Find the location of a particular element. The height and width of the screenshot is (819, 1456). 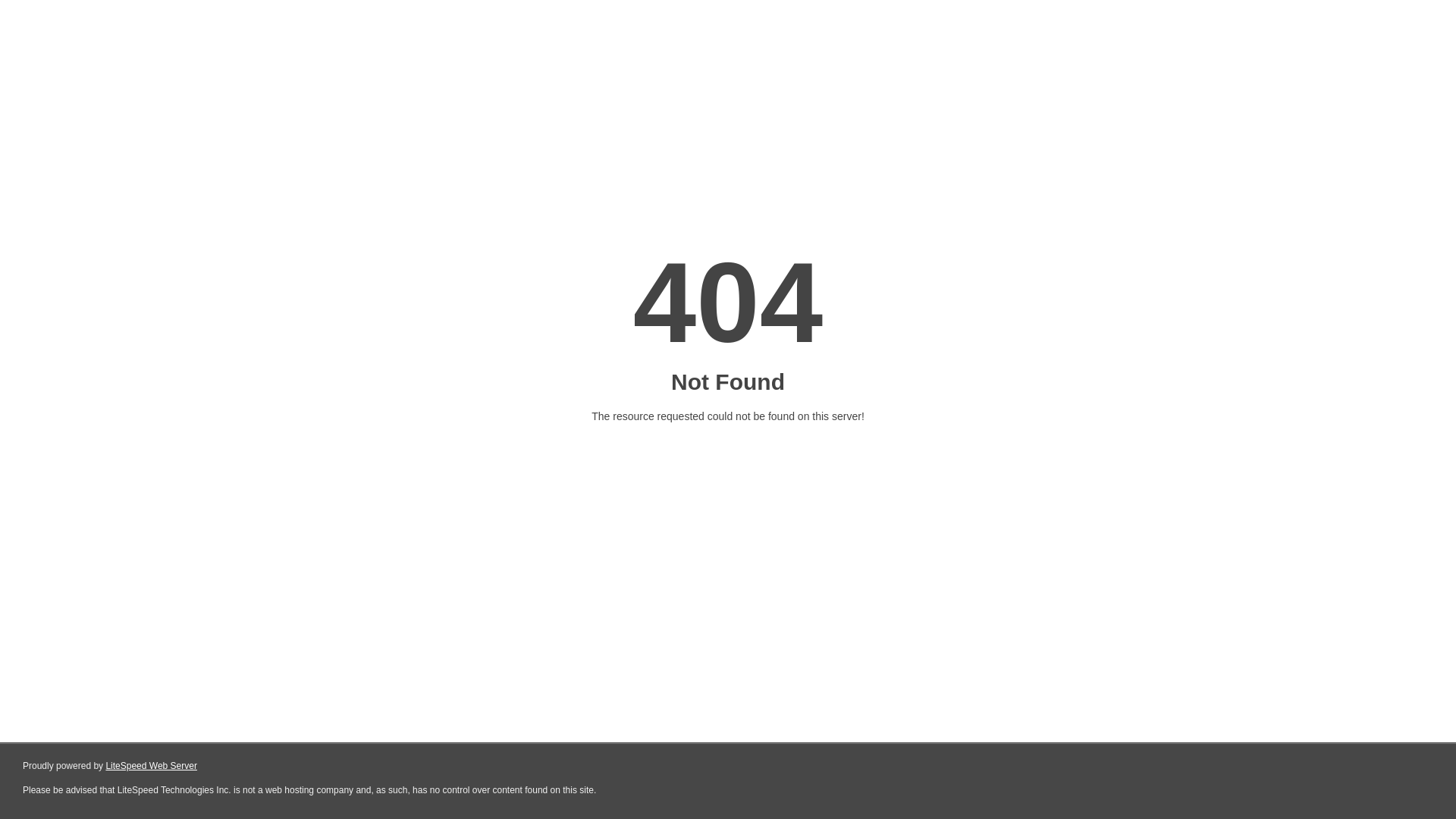

'LiteSpeed Web Server' is located at coordinates (105, 766).